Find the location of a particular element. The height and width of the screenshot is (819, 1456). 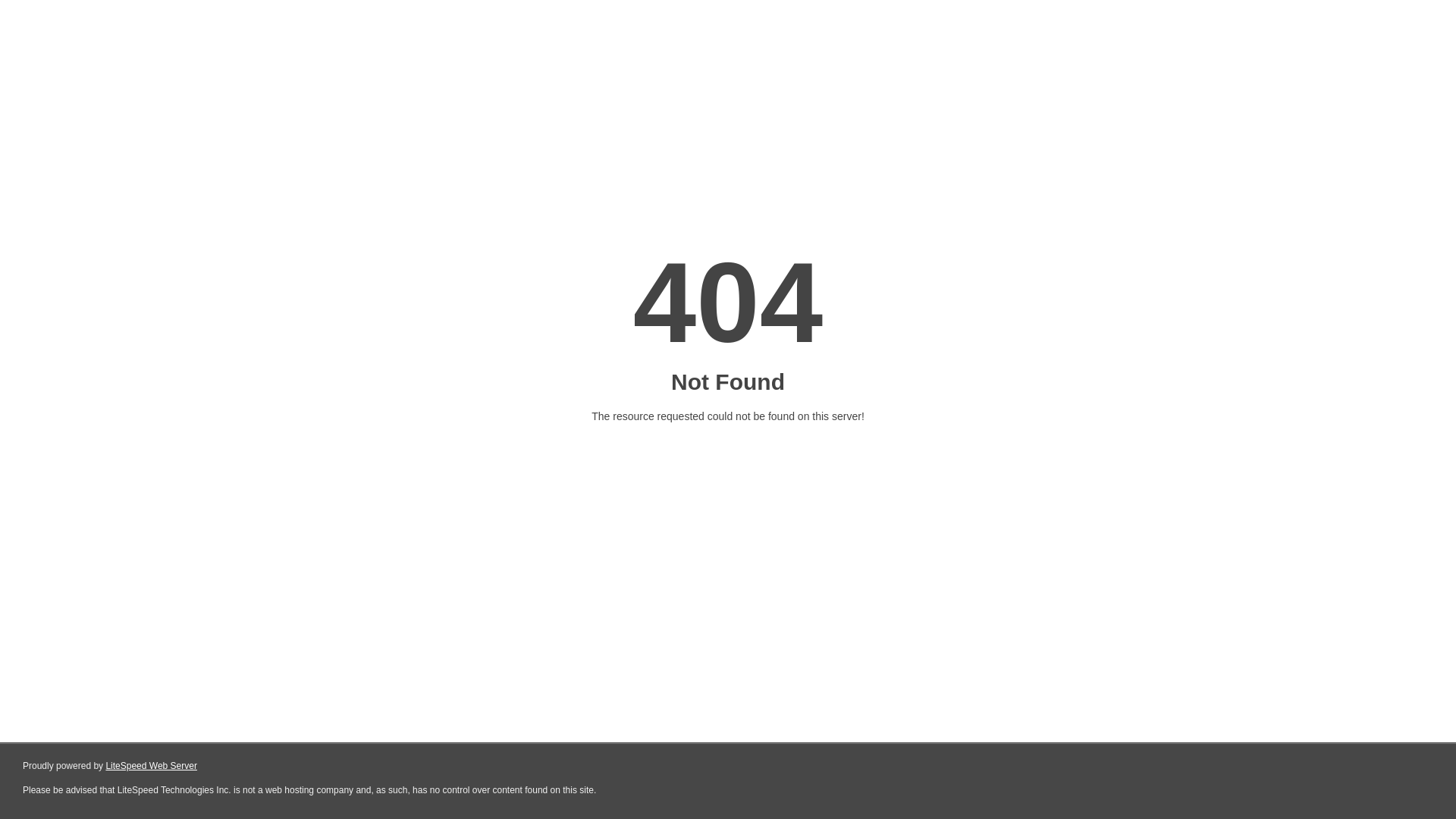

'LiteSpeed Web Server' is located at coordinates (105, 766).